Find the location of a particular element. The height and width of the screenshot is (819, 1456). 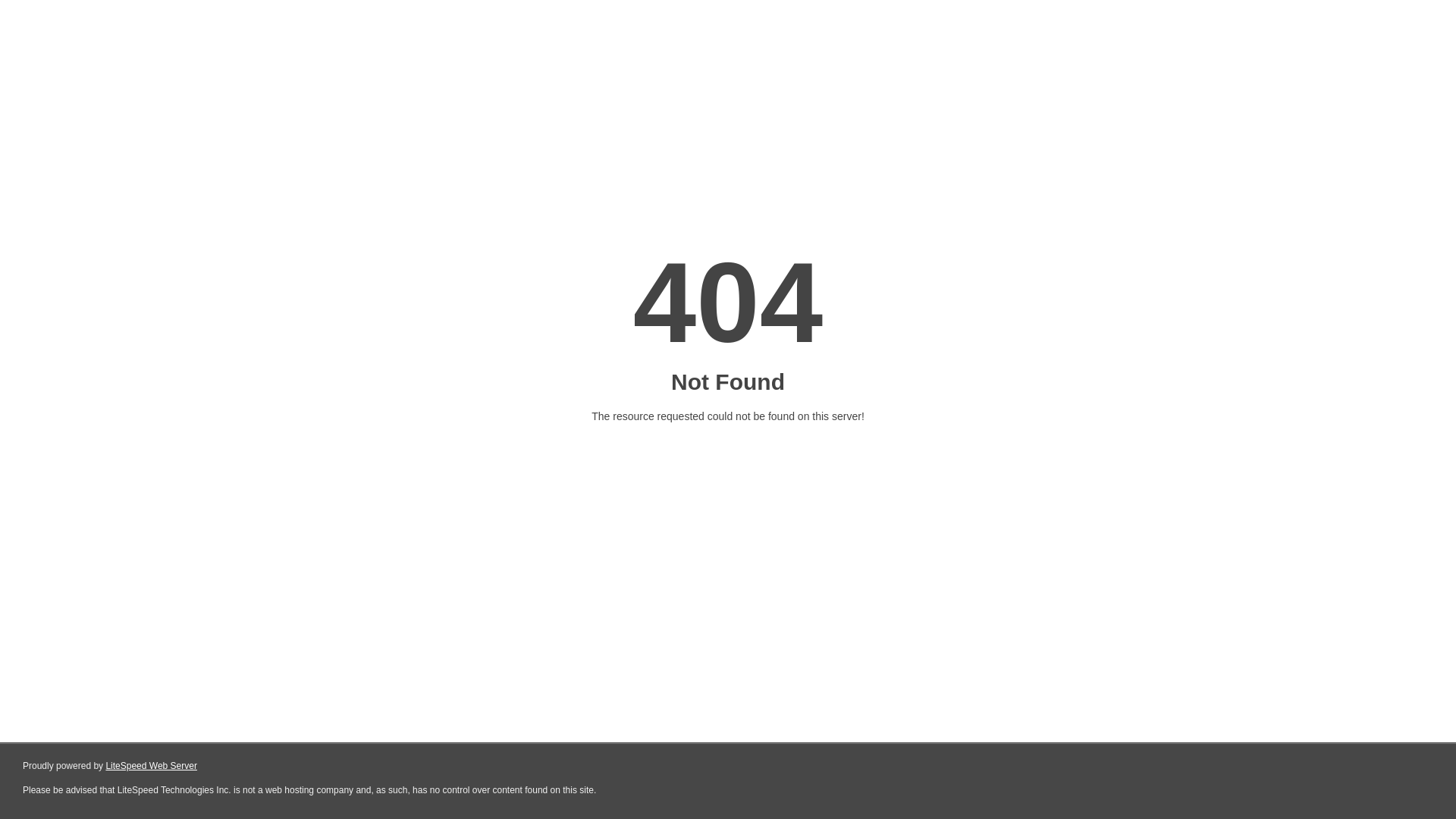

'LiteSpeed Web Server' is located at coordinates (105, 766).